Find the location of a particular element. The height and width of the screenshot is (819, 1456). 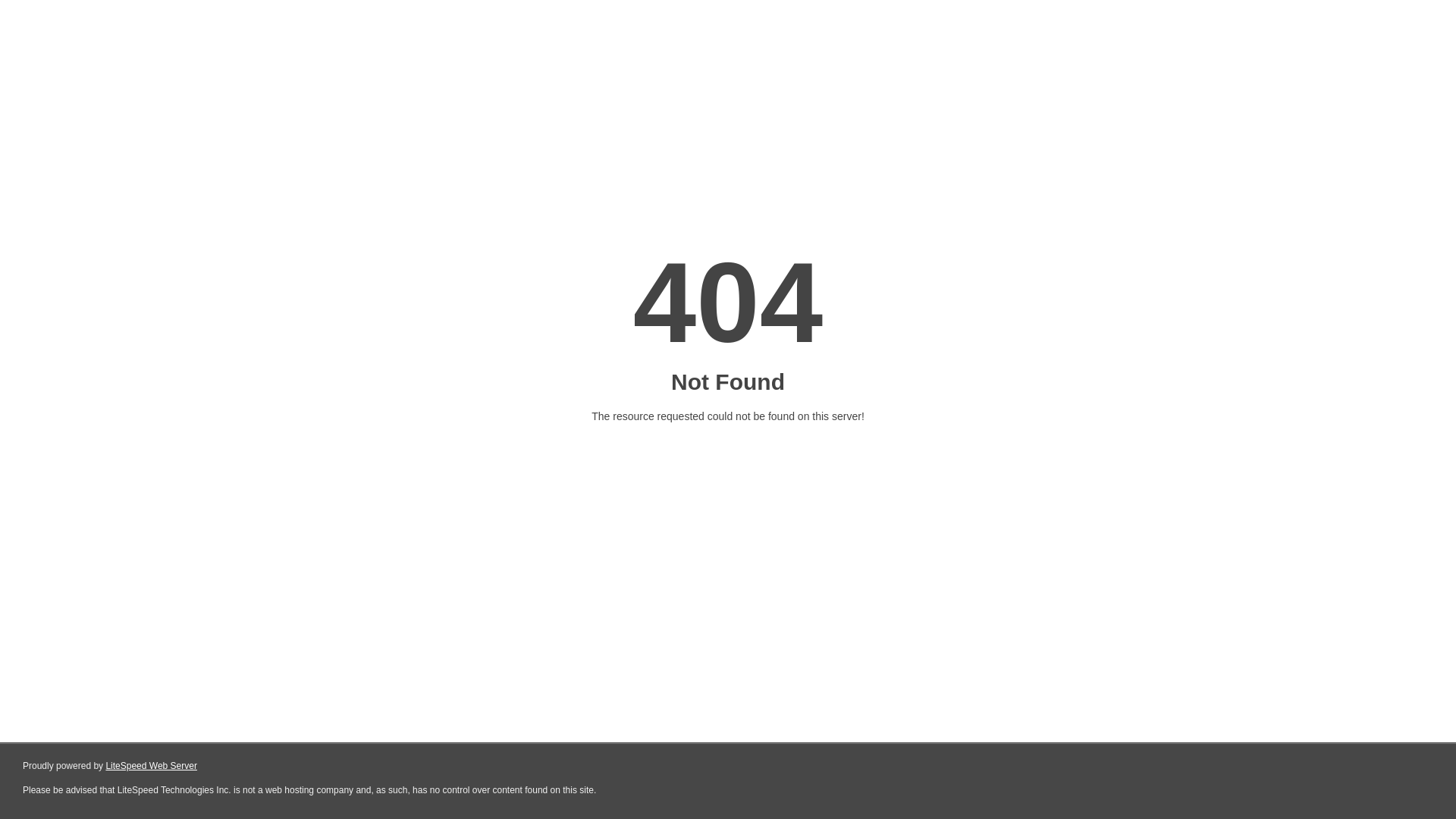

'LiteSpeed Web Server' is located at coordinates (105, 766).